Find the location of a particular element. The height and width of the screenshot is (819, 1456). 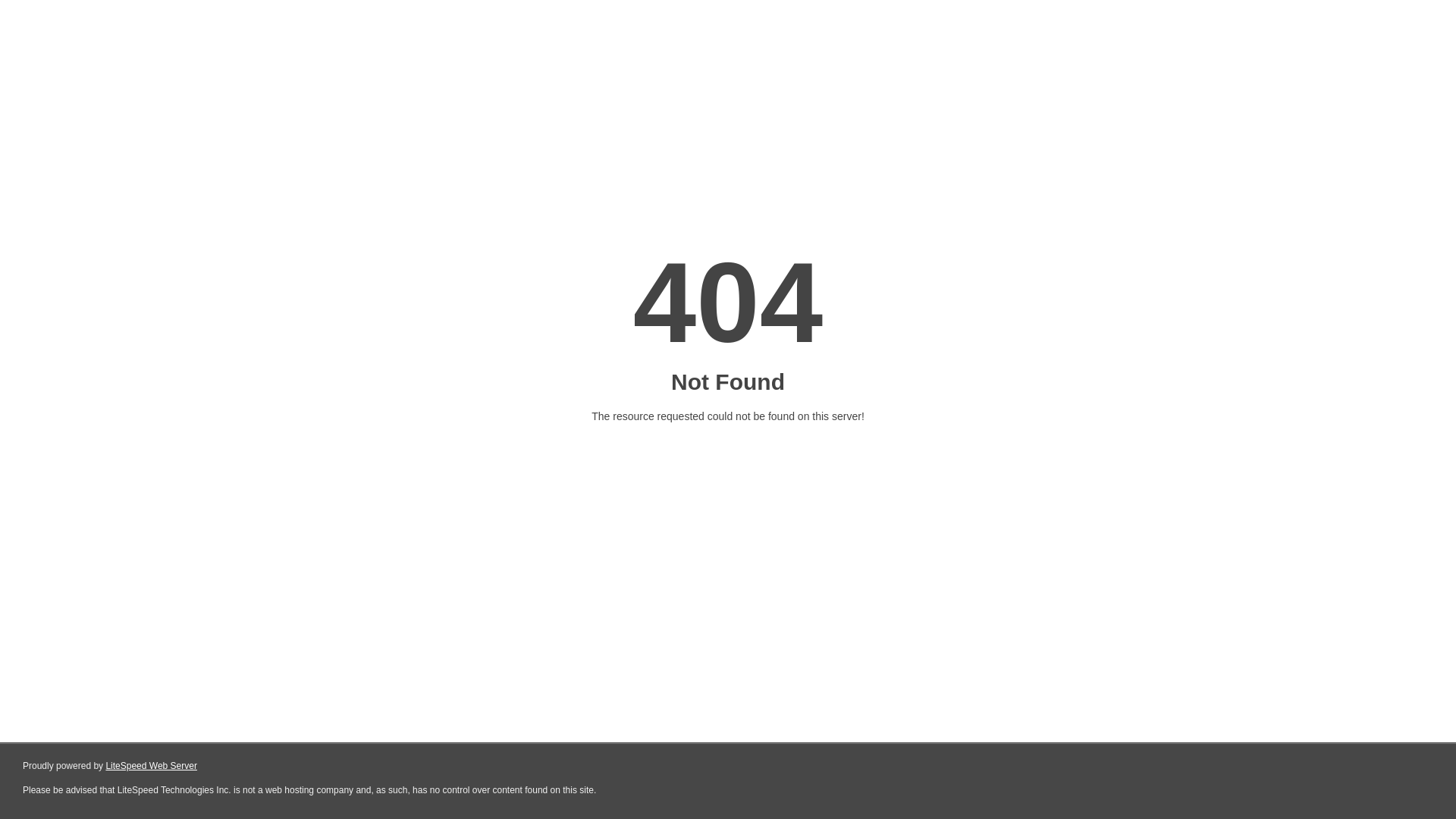

'LiteSpeed Web Server' is located at coordinates (105, 766).